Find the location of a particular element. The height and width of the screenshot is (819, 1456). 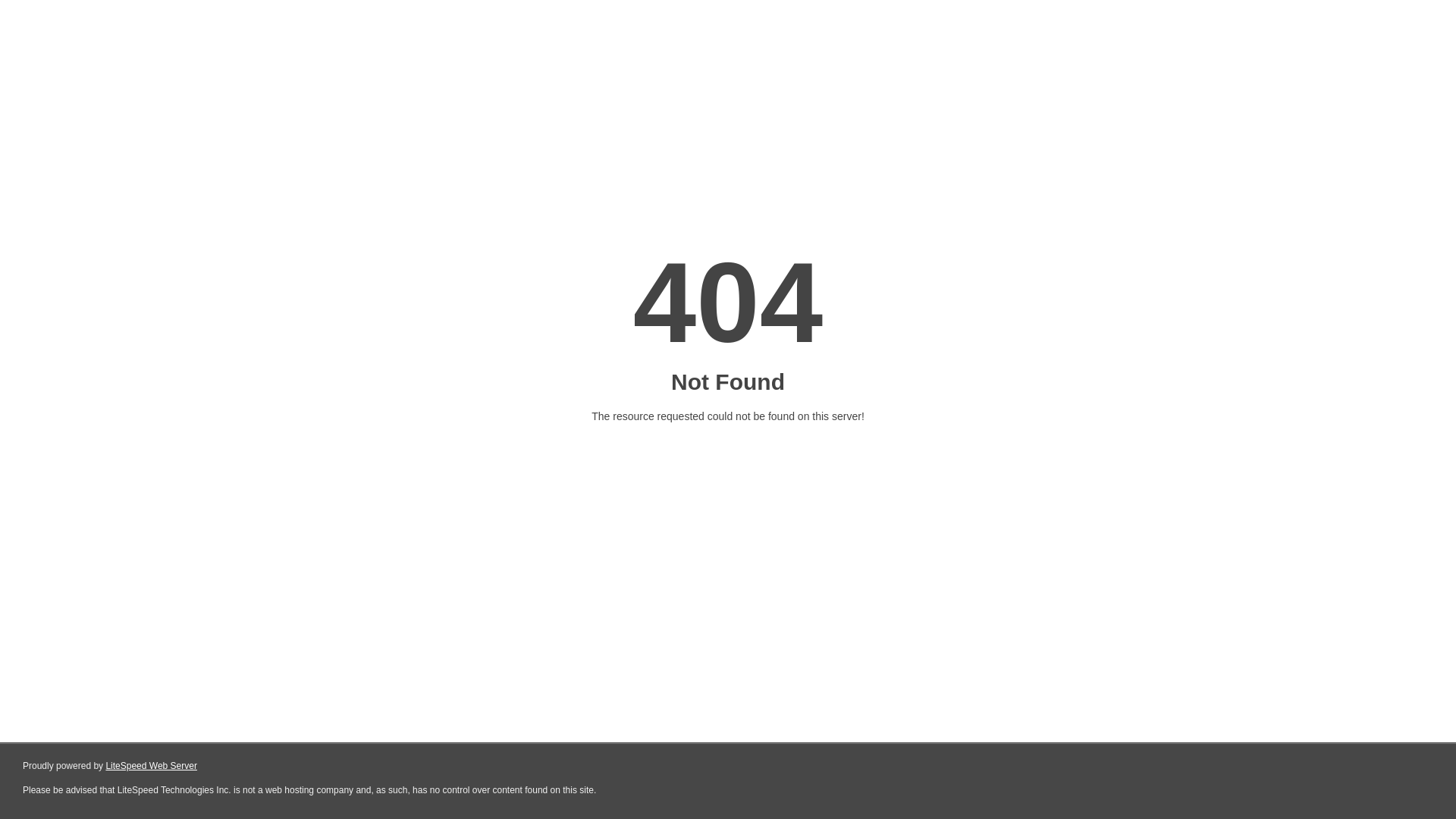

'LiteSpeed Web Server' is located at coordinates (105, 766).